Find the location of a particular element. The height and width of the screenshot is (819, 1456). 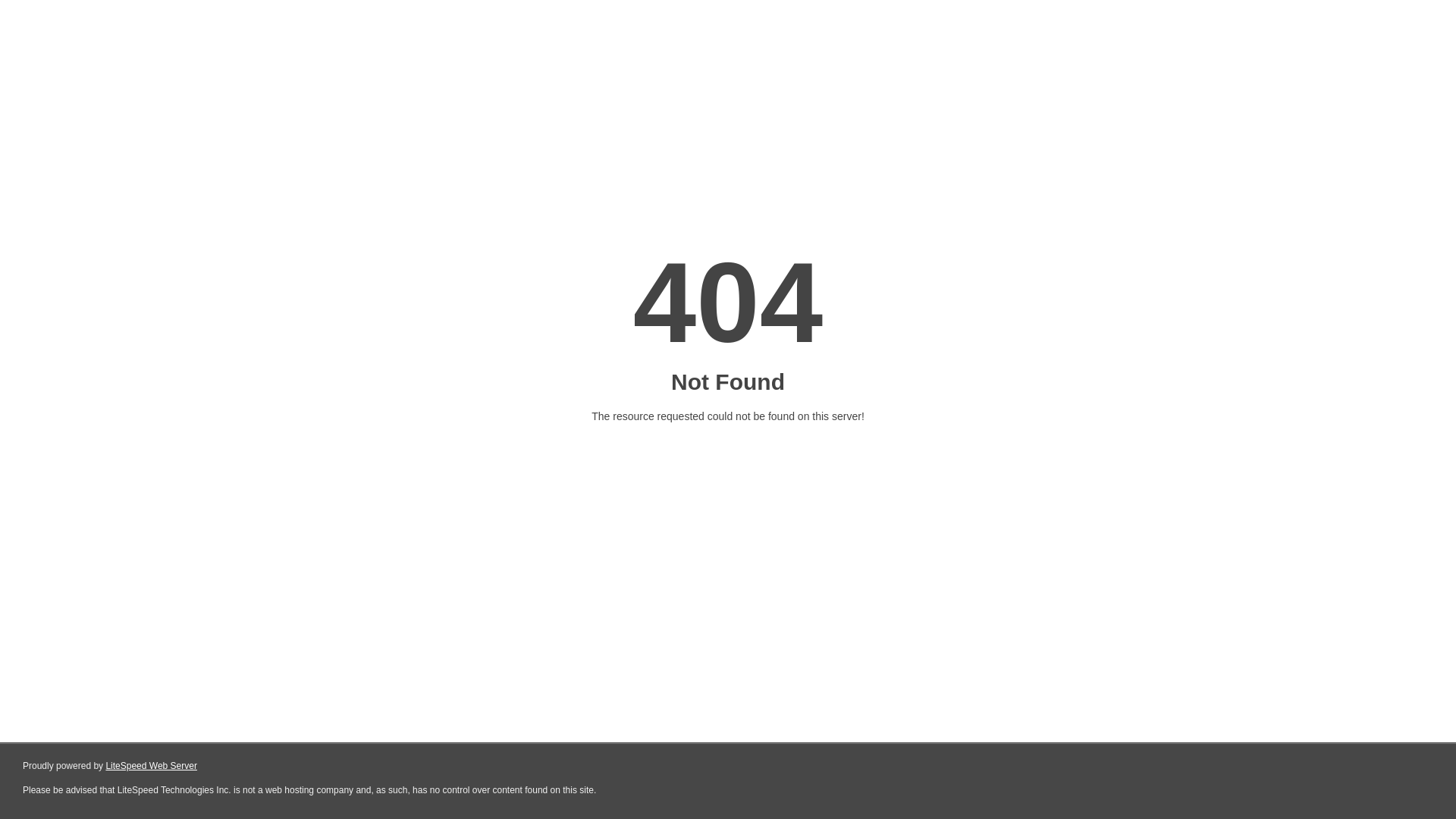

'LiteSpeed Web Server' is located at coordinates (105, 766).